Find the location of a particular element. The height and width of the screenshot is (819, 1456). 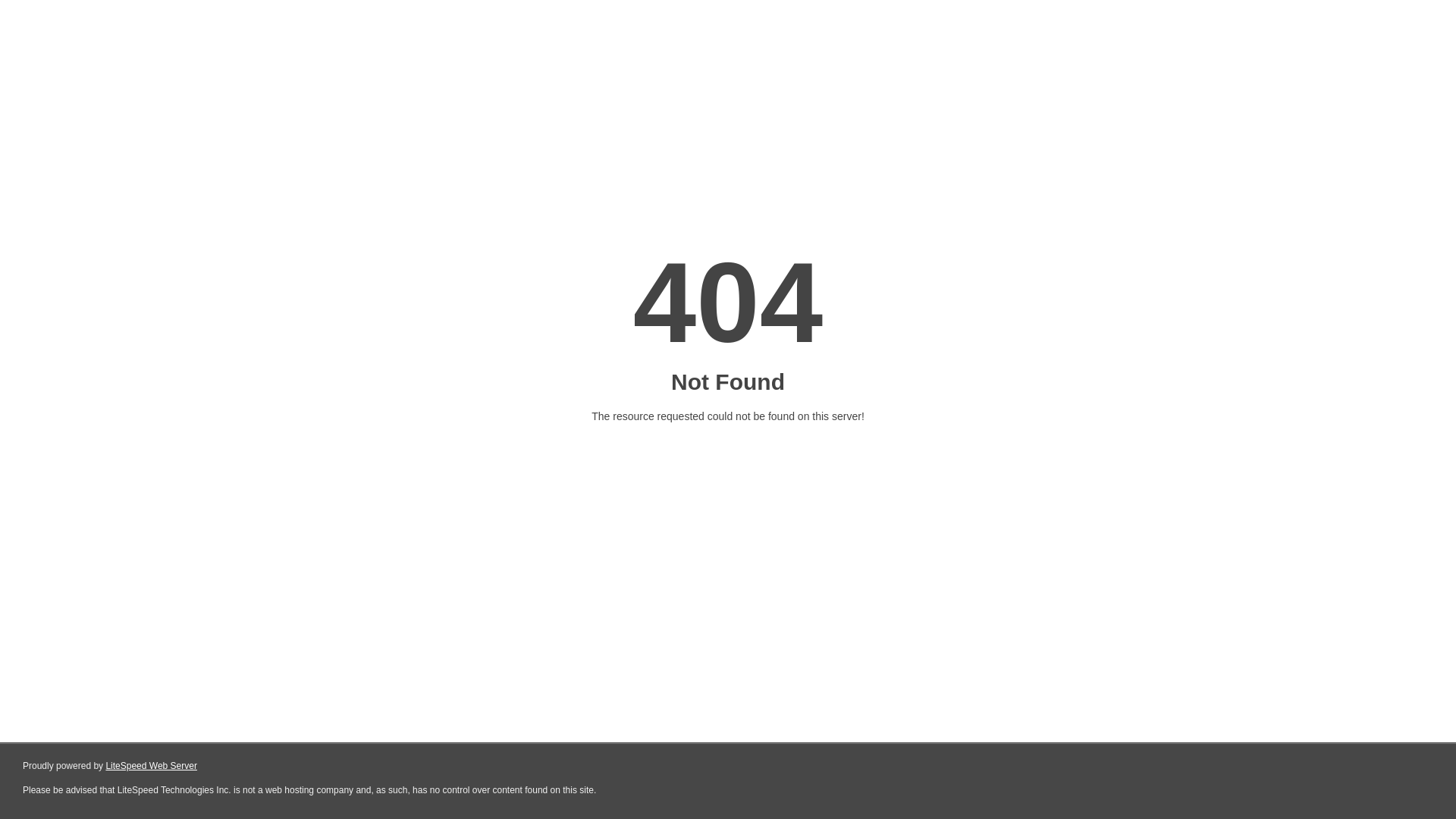

'LiteSpeed Web Server' is located at coordinates (105, 766).